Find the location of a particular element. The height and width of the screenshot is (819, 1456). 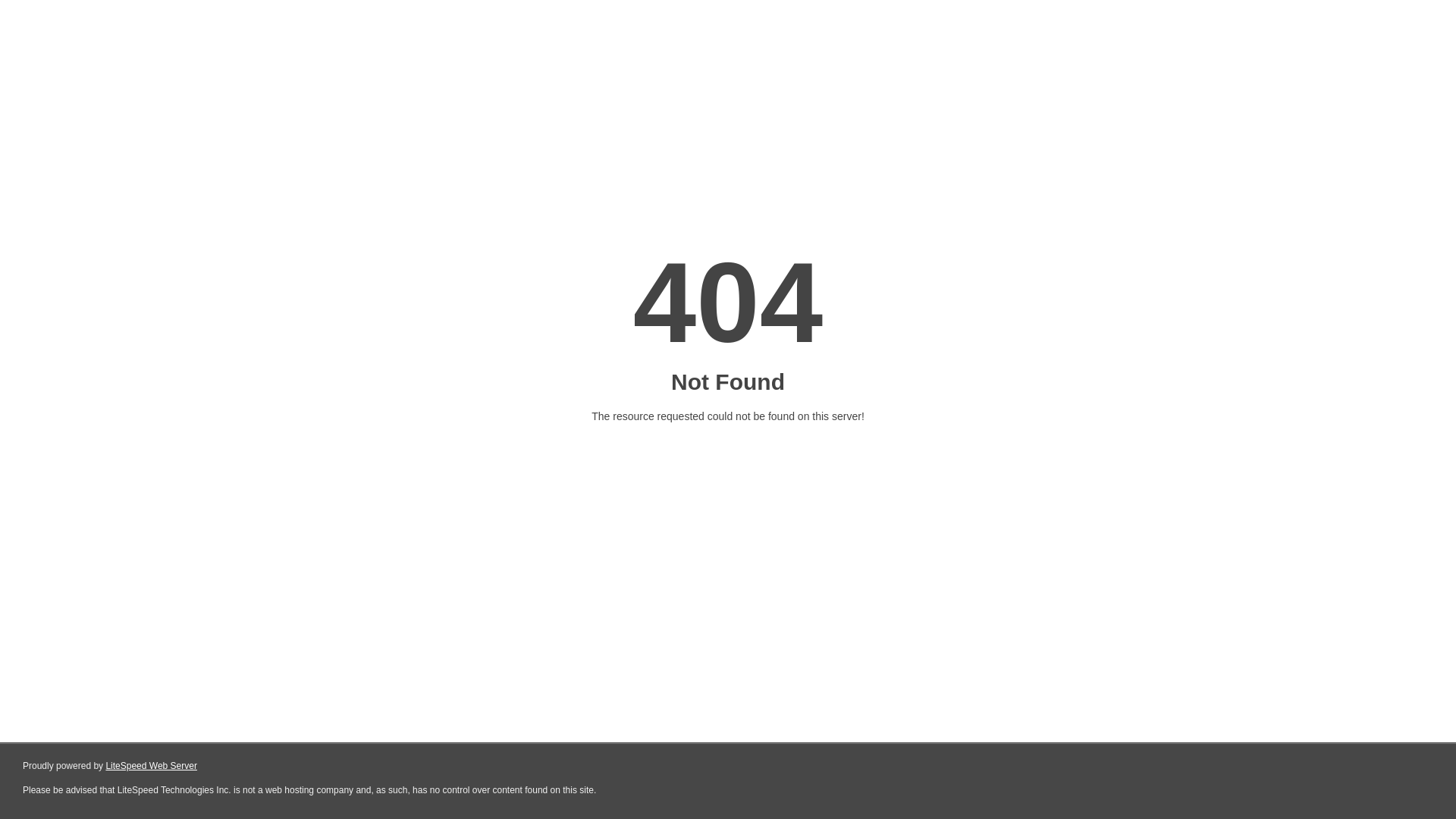

'LiteSpeed Web Server' is located at coordinates (105, 766).